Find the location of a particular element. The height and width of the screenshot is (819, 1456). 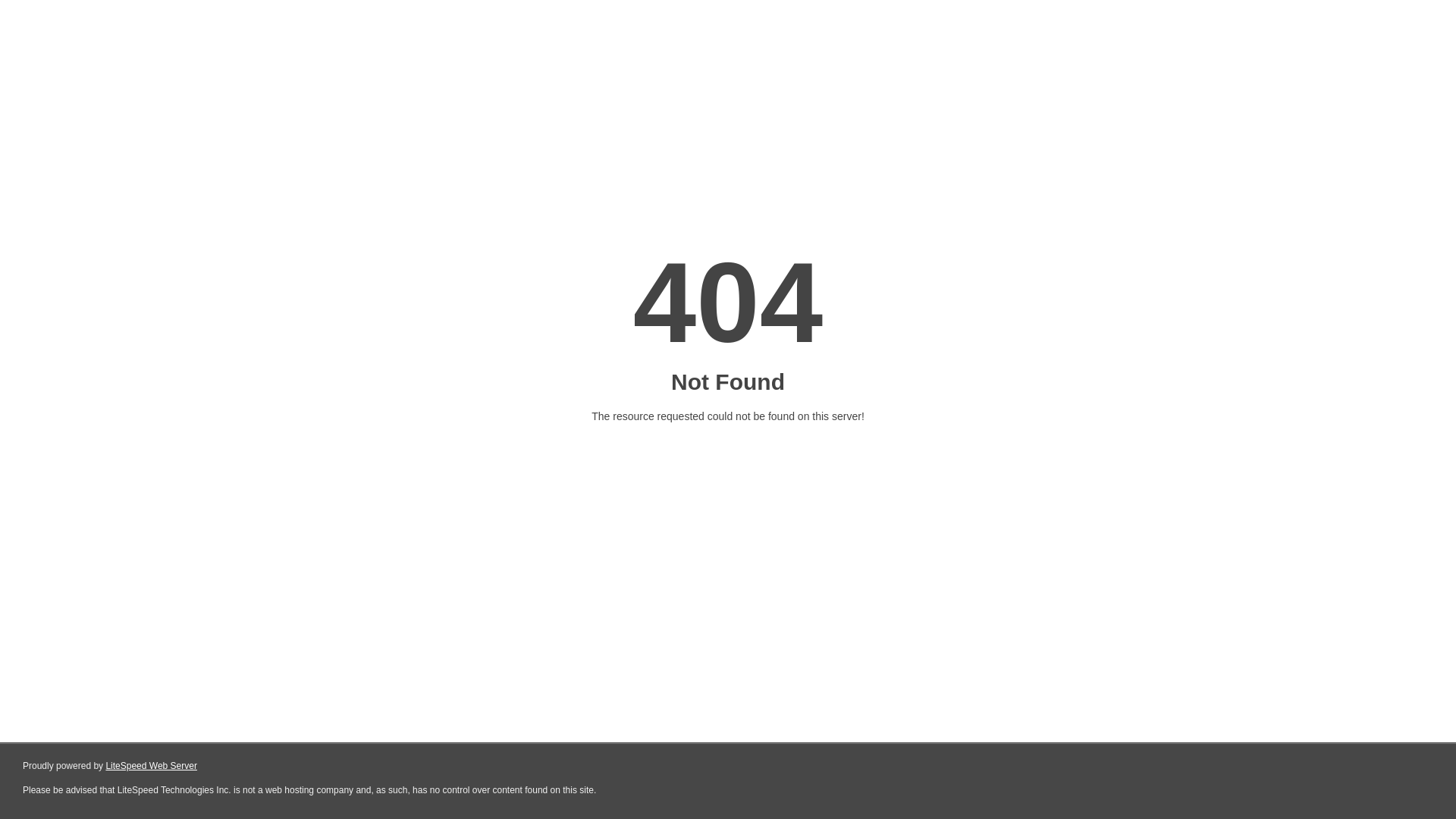

'LiteSpeed Web Server' is located at coordinates (105, 766).